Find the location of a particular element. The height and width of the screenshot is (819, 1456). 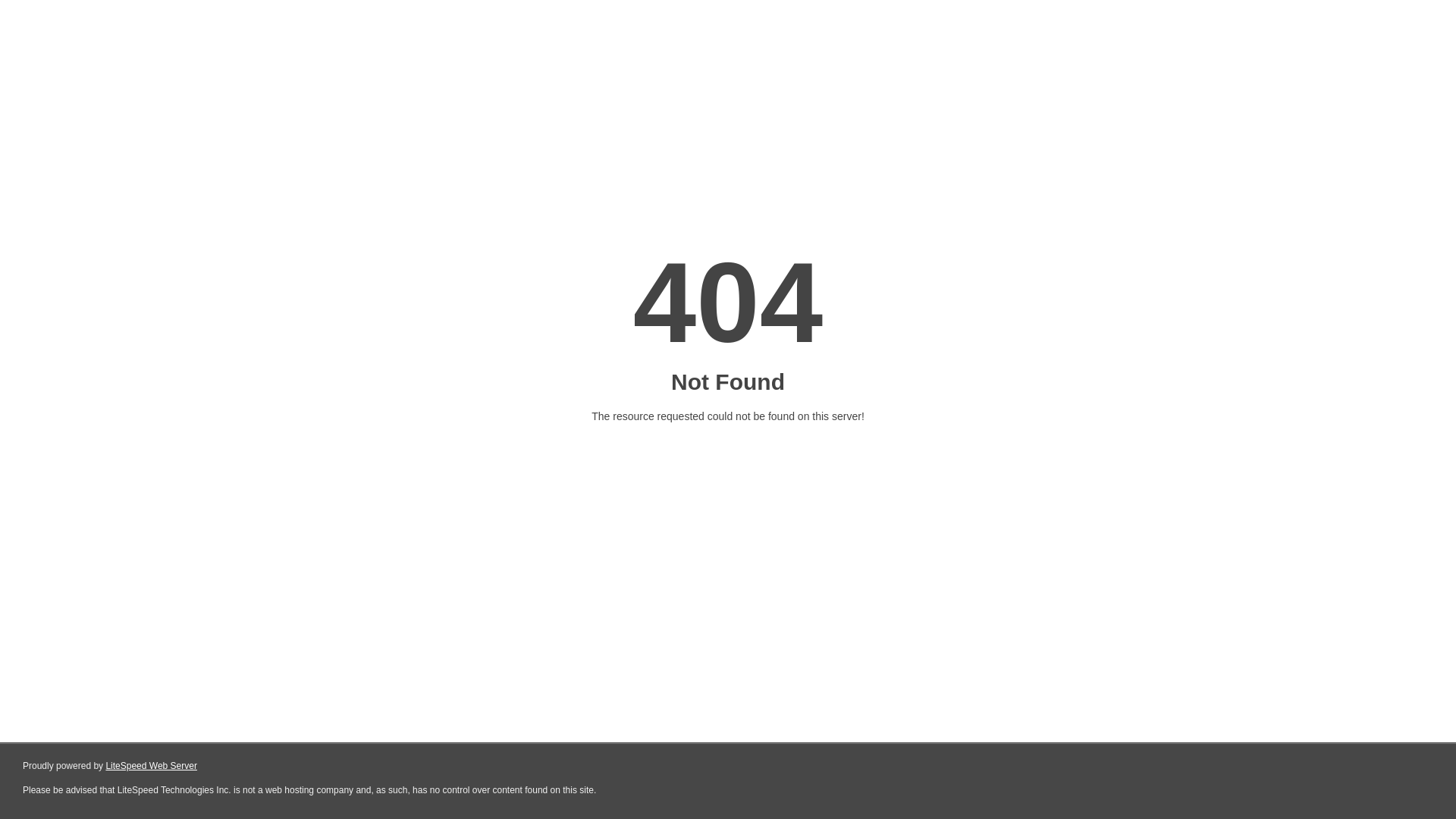

'LiteSpeed Web Server' is located at coordinates (105, 766).